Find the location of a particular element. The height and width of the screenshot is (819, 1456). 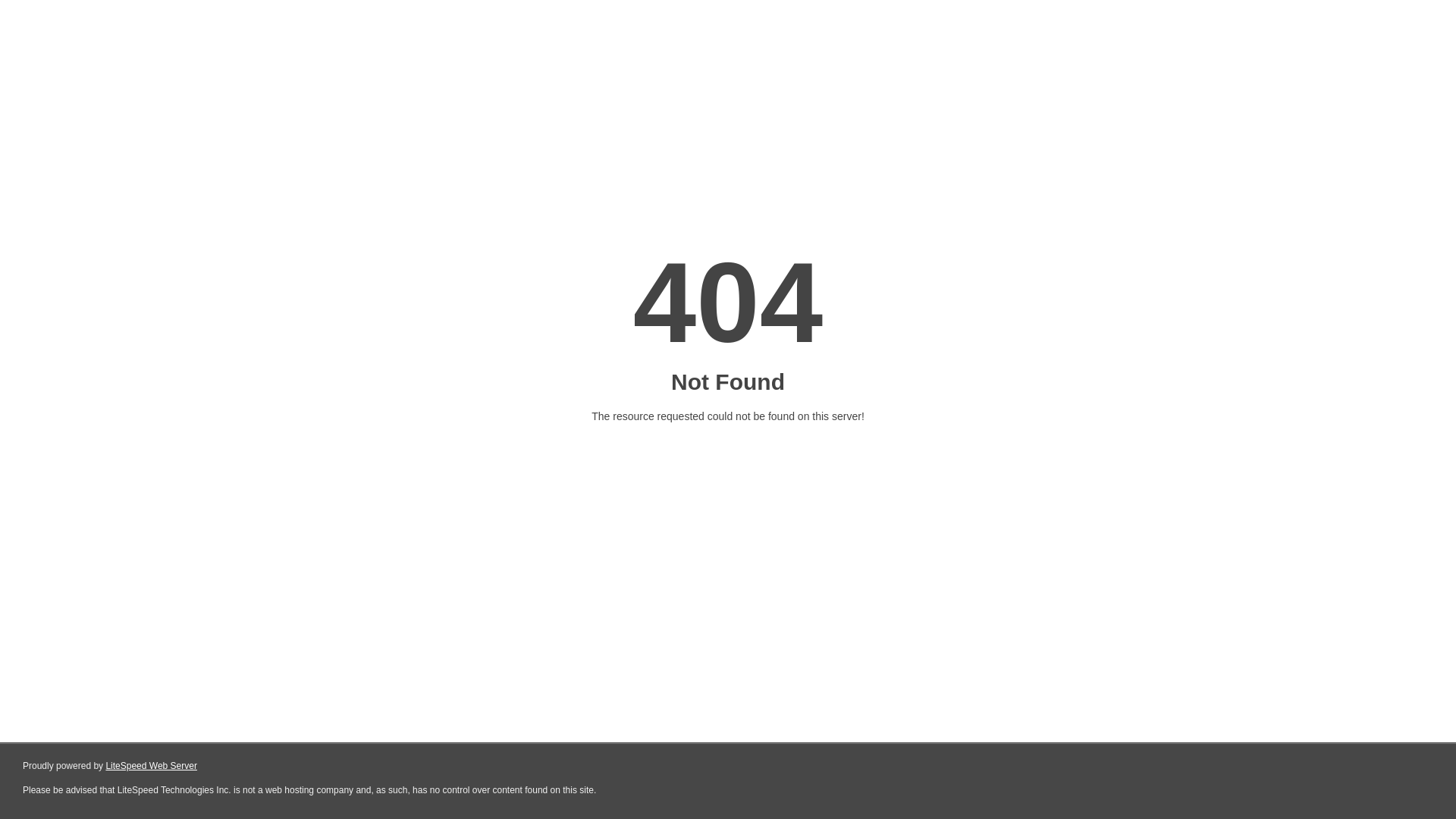

'LiteSpeed Web Server' is located at coordinates (105, 766).